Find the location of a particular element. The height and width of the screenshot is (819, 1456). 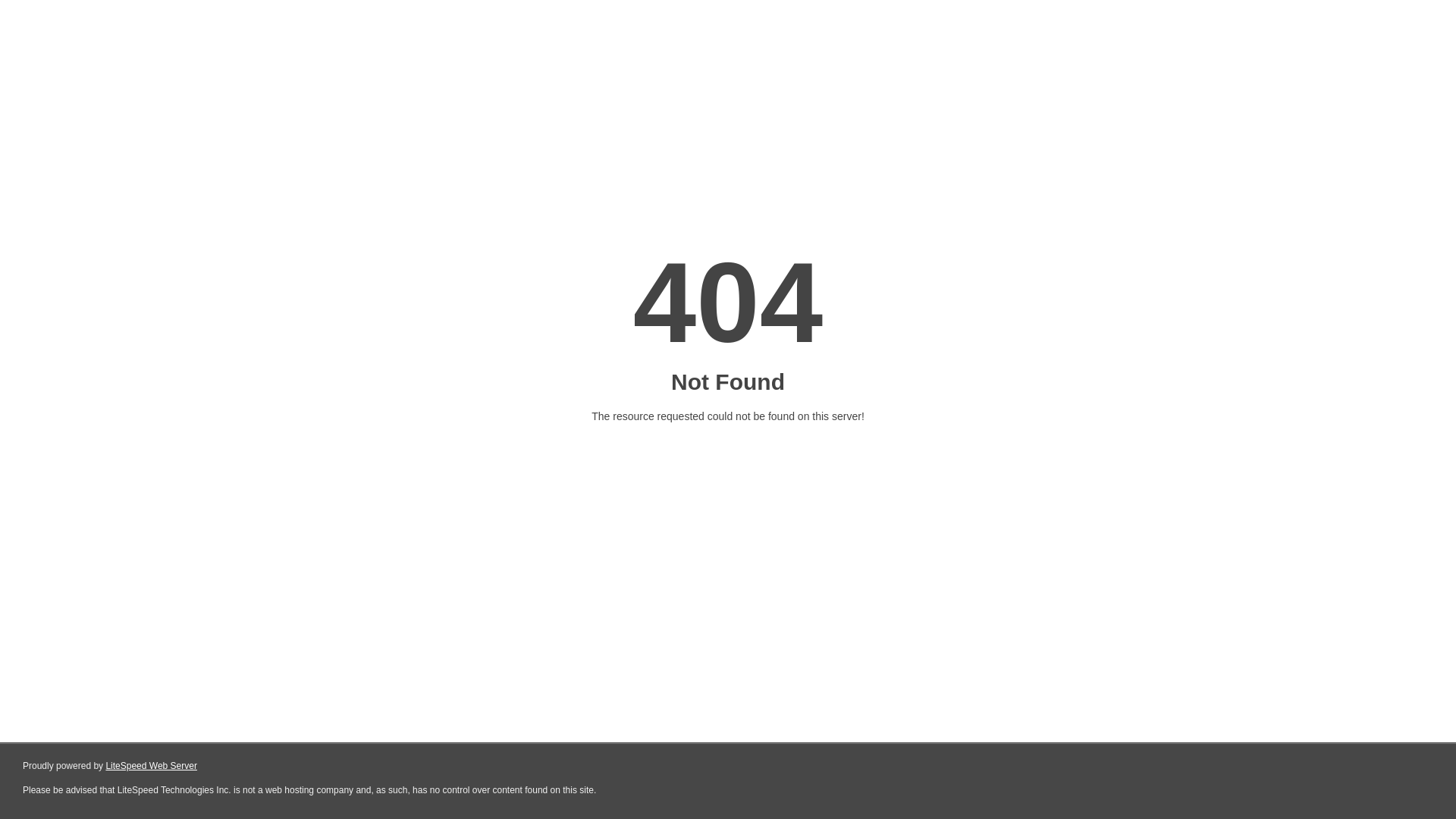

'LiteSpeed Web Server' is located at coordinates (105, 766).